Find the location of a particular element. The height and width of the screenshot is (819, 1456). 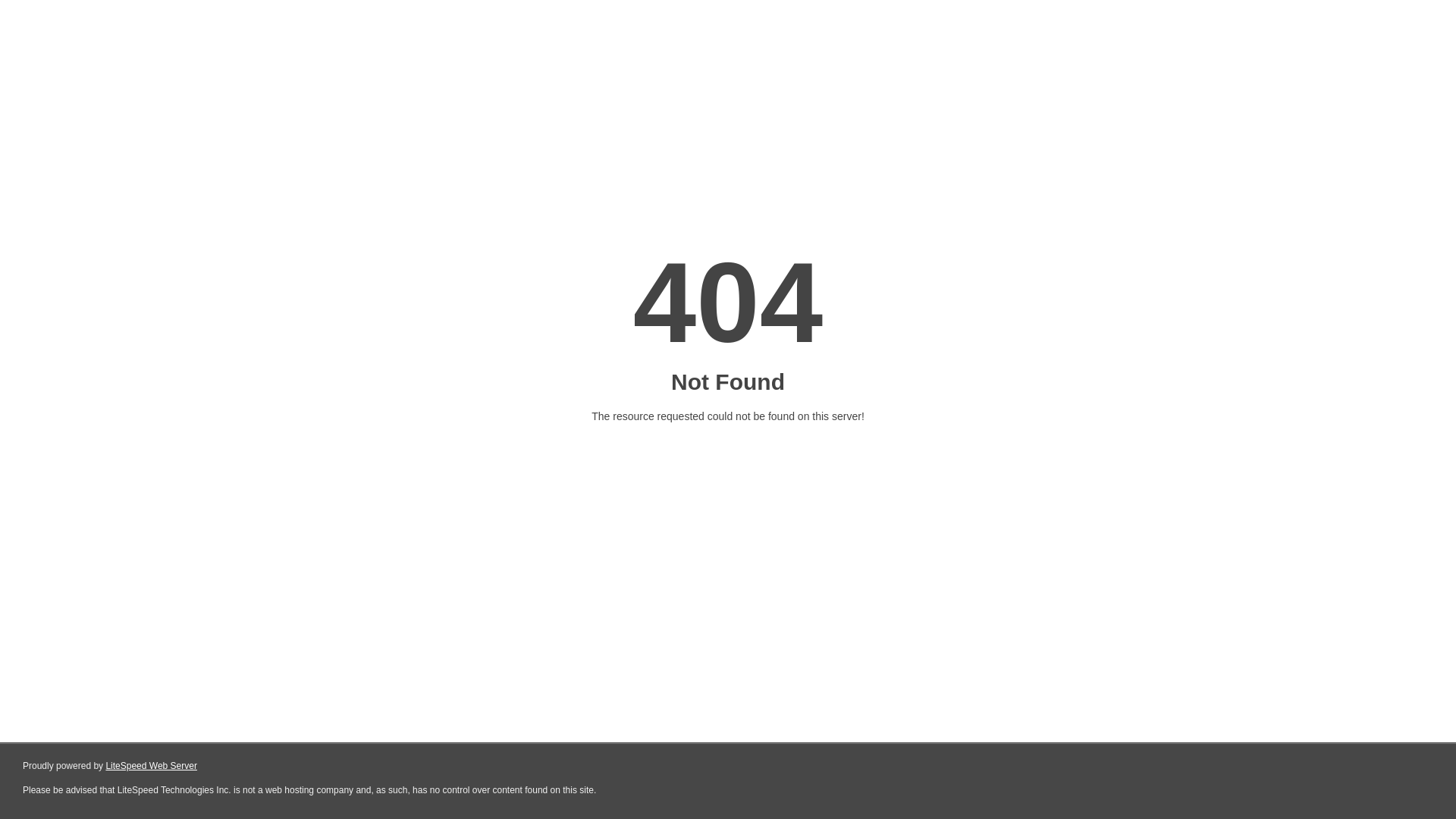

'LiteSpeed Web Server' is located at coordinates (105, 766).